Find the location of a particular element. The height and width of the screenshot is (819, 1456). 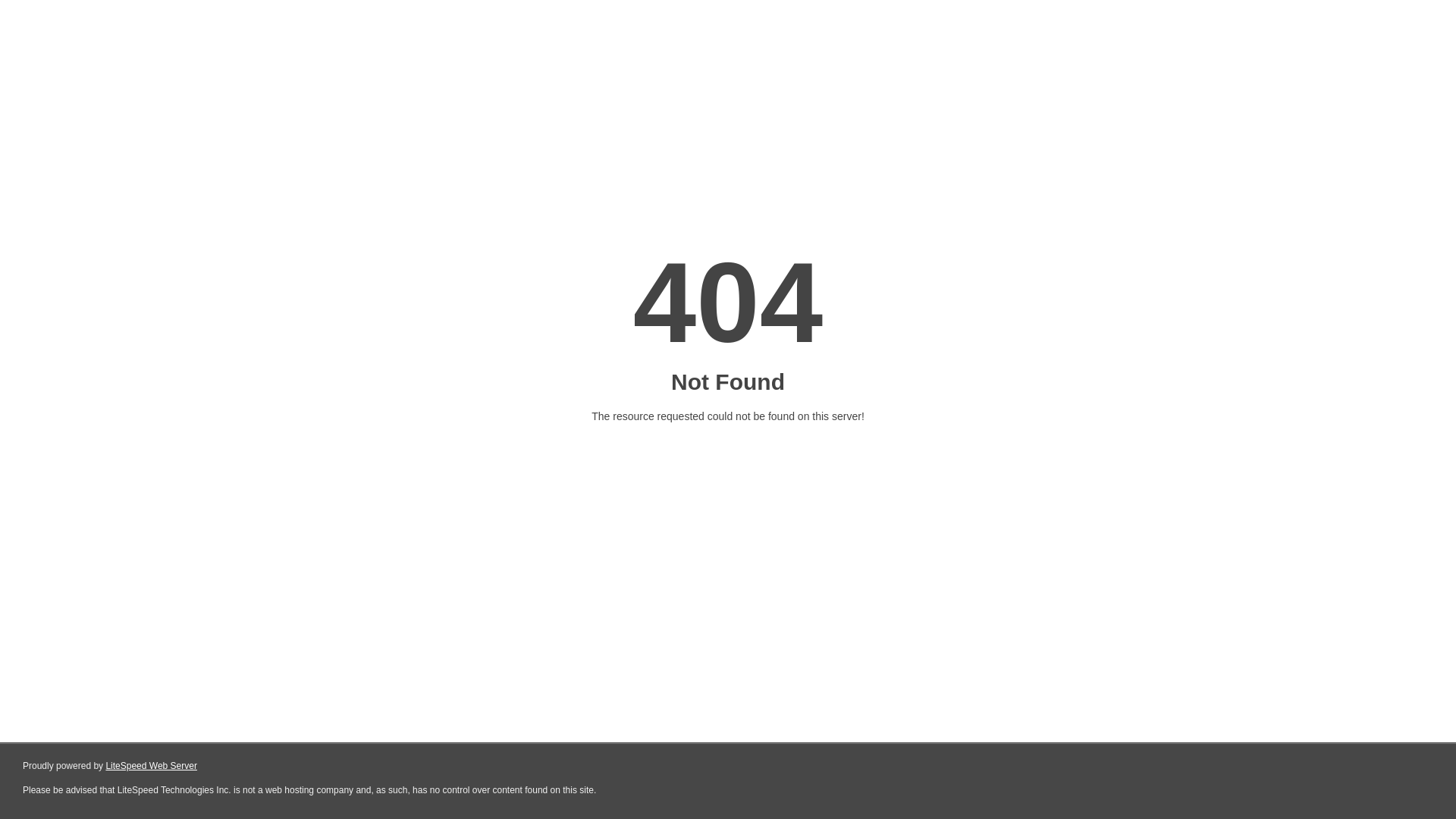

'LiteSpeed Web Server' is located at coordinates (105, 766).